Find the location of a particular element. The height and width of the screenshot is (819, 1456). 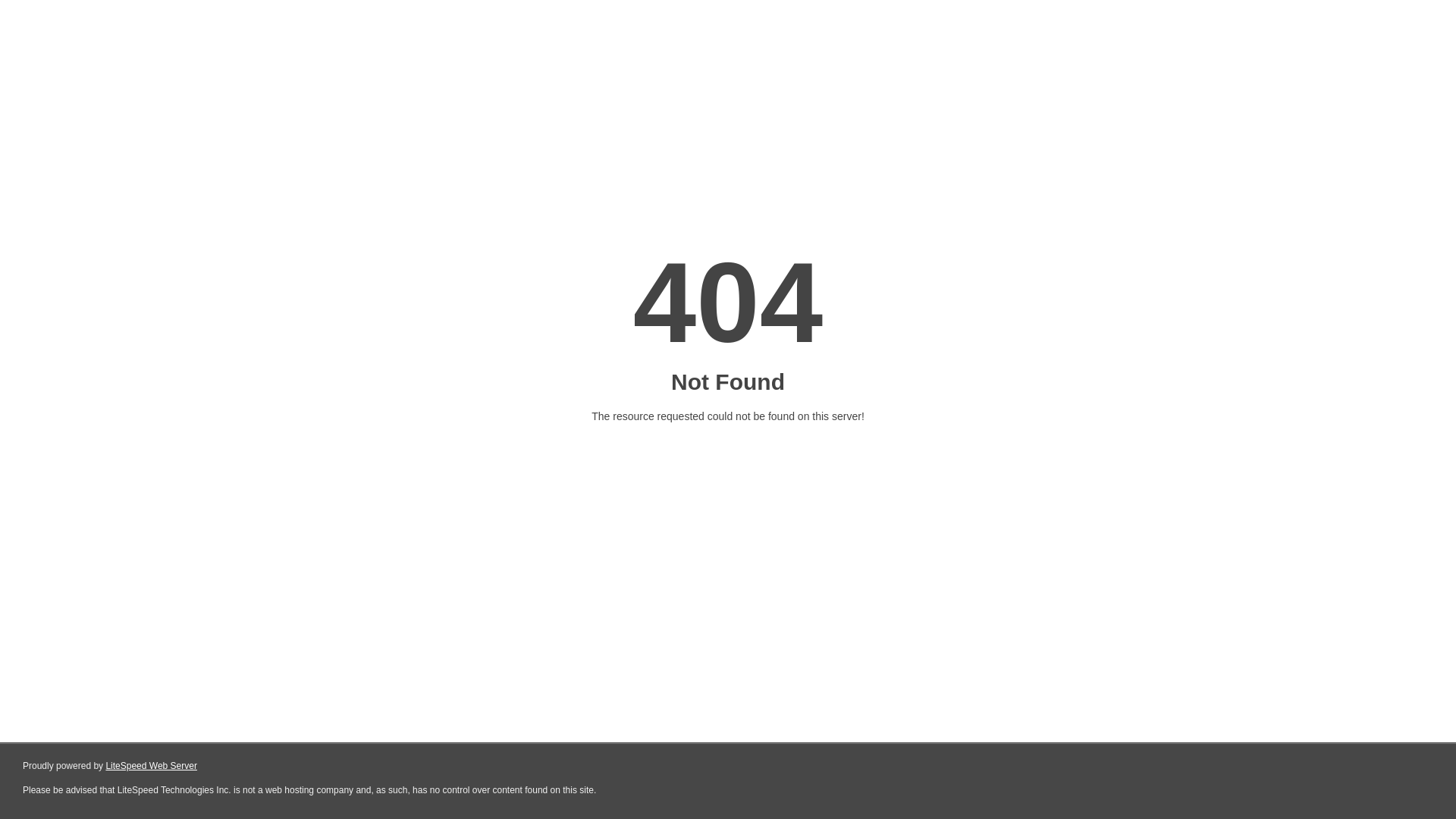

'LiteSpeed Web Server' is located at coordinates (105, 766).